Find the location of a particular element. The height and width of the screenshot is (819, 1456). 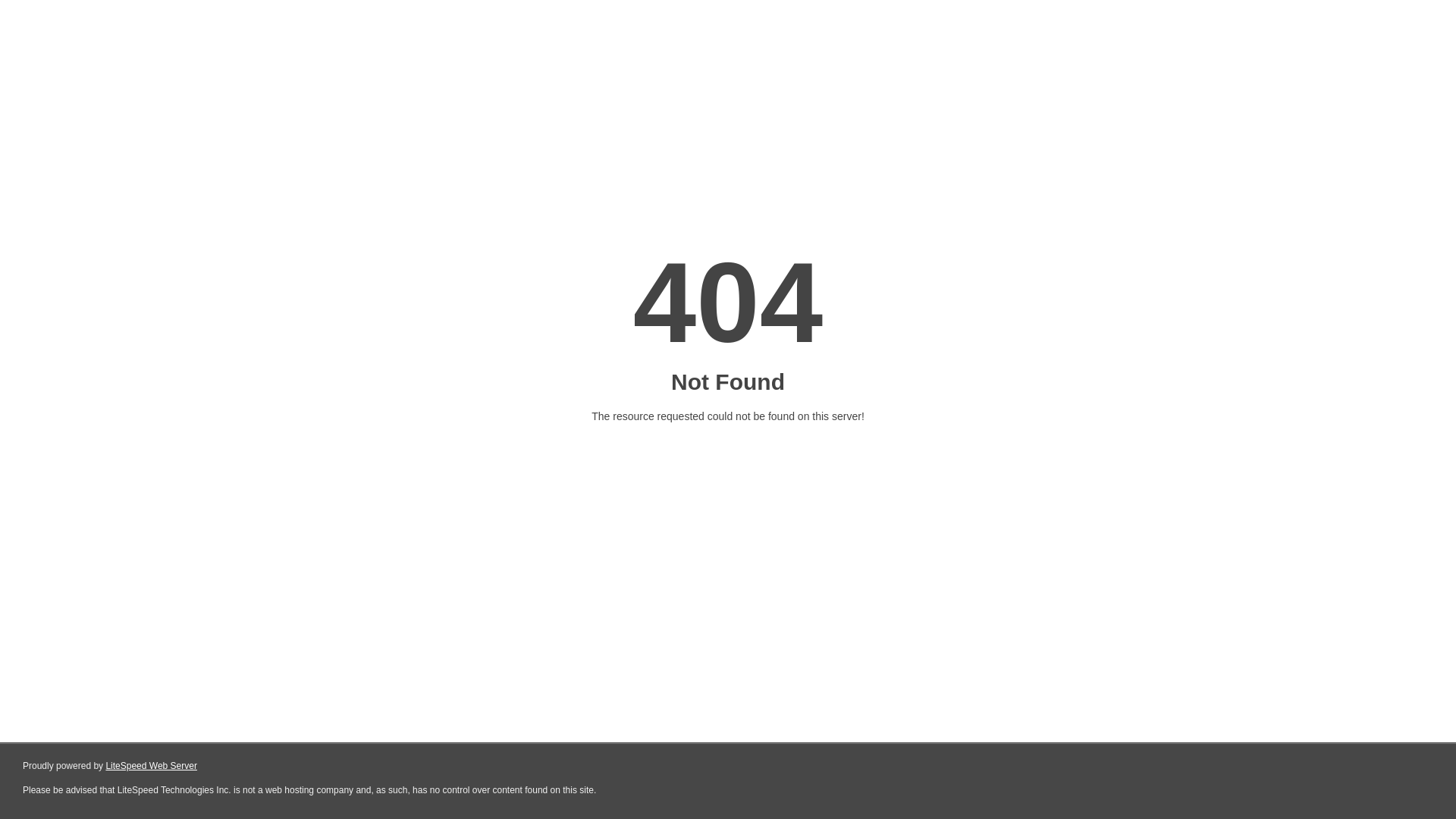

'LiteSpeed Web Server' is located at coordinates (105, 766).